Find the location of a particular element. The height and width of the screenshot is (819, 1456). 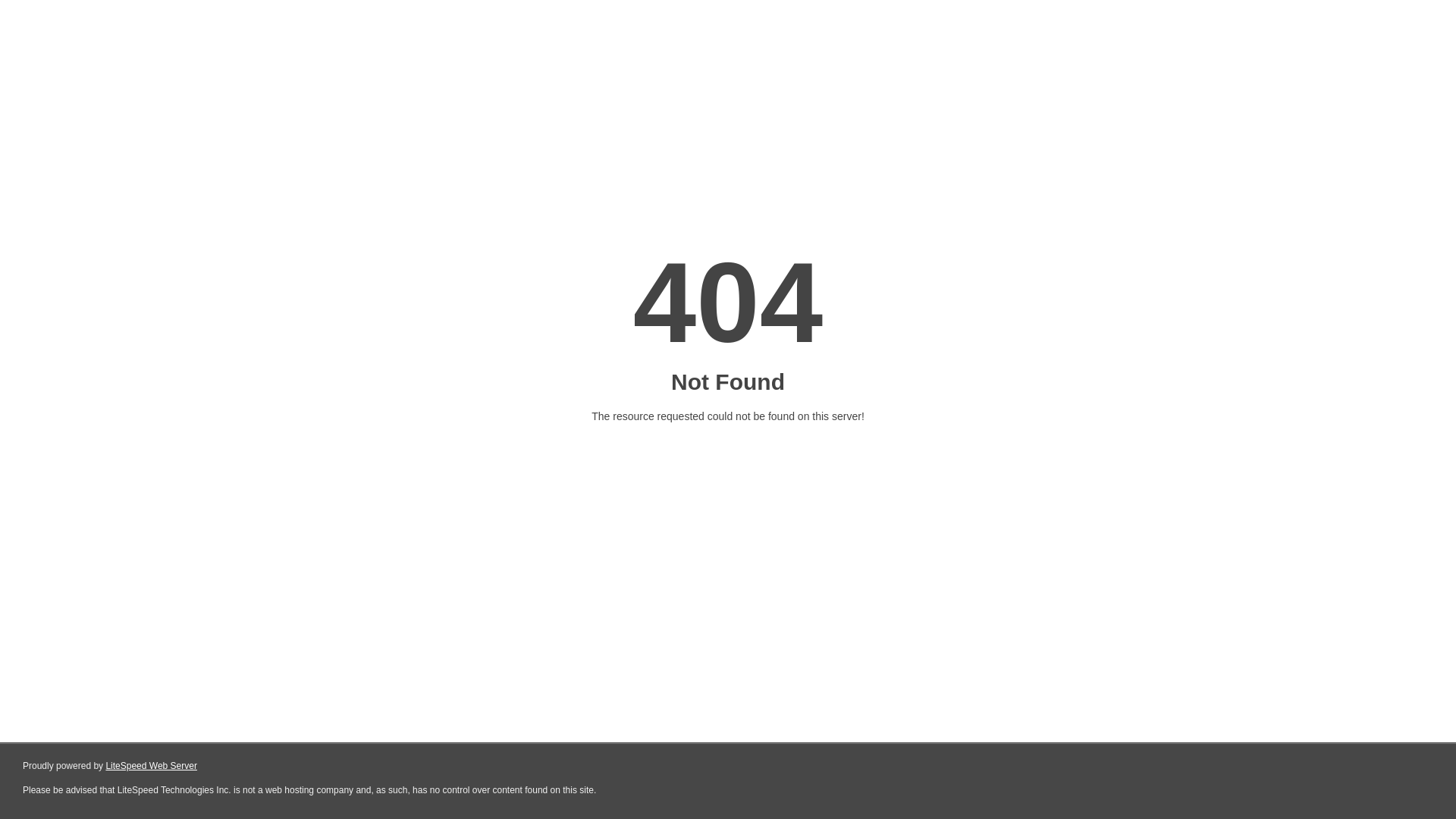

'LiteSpeed Web Server' is located at coordinates (105, 766).